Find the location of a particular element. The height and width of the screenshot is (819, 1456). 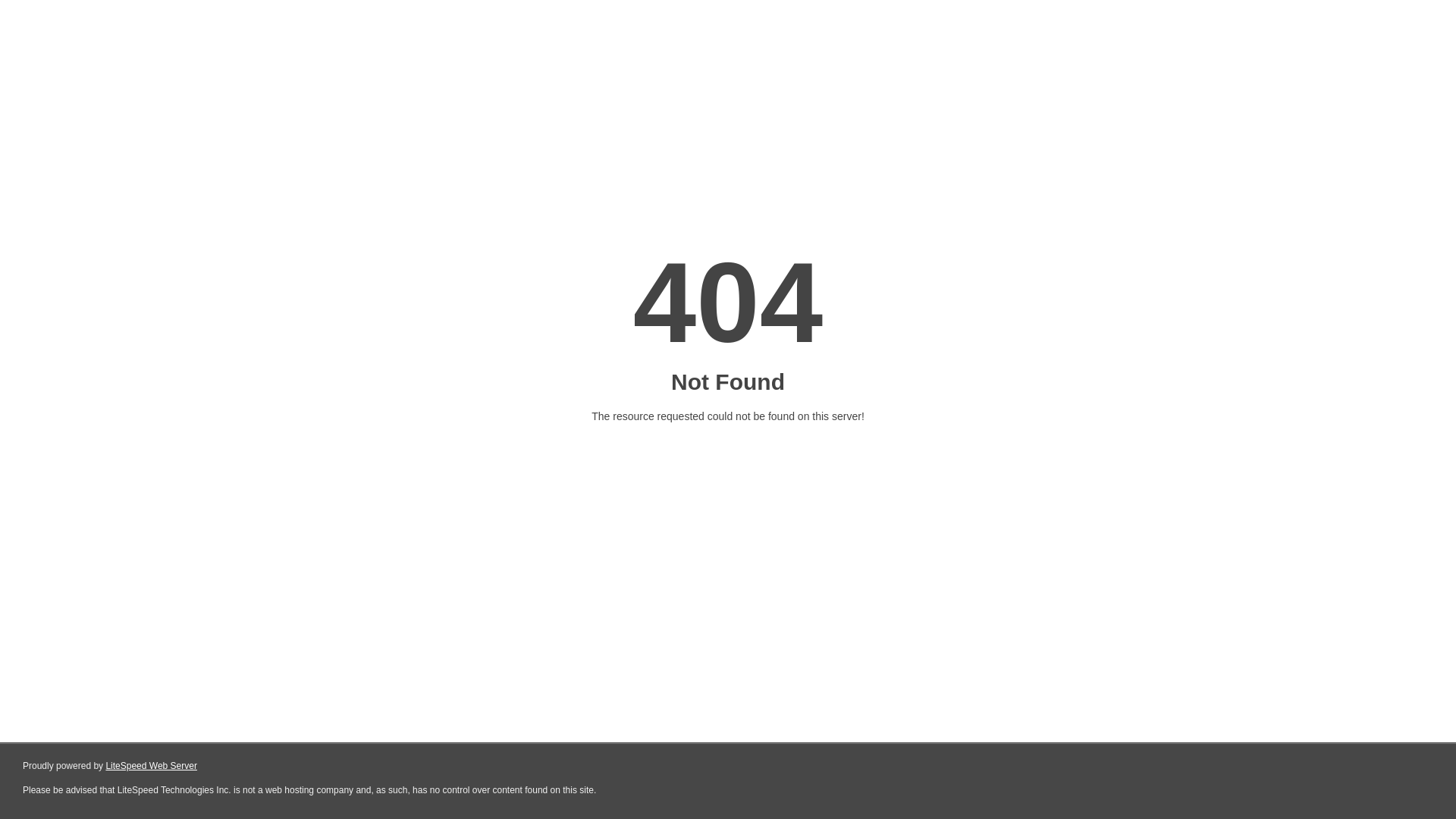

'LiteSpeed Web Server' is located at coordinates (105, 766).